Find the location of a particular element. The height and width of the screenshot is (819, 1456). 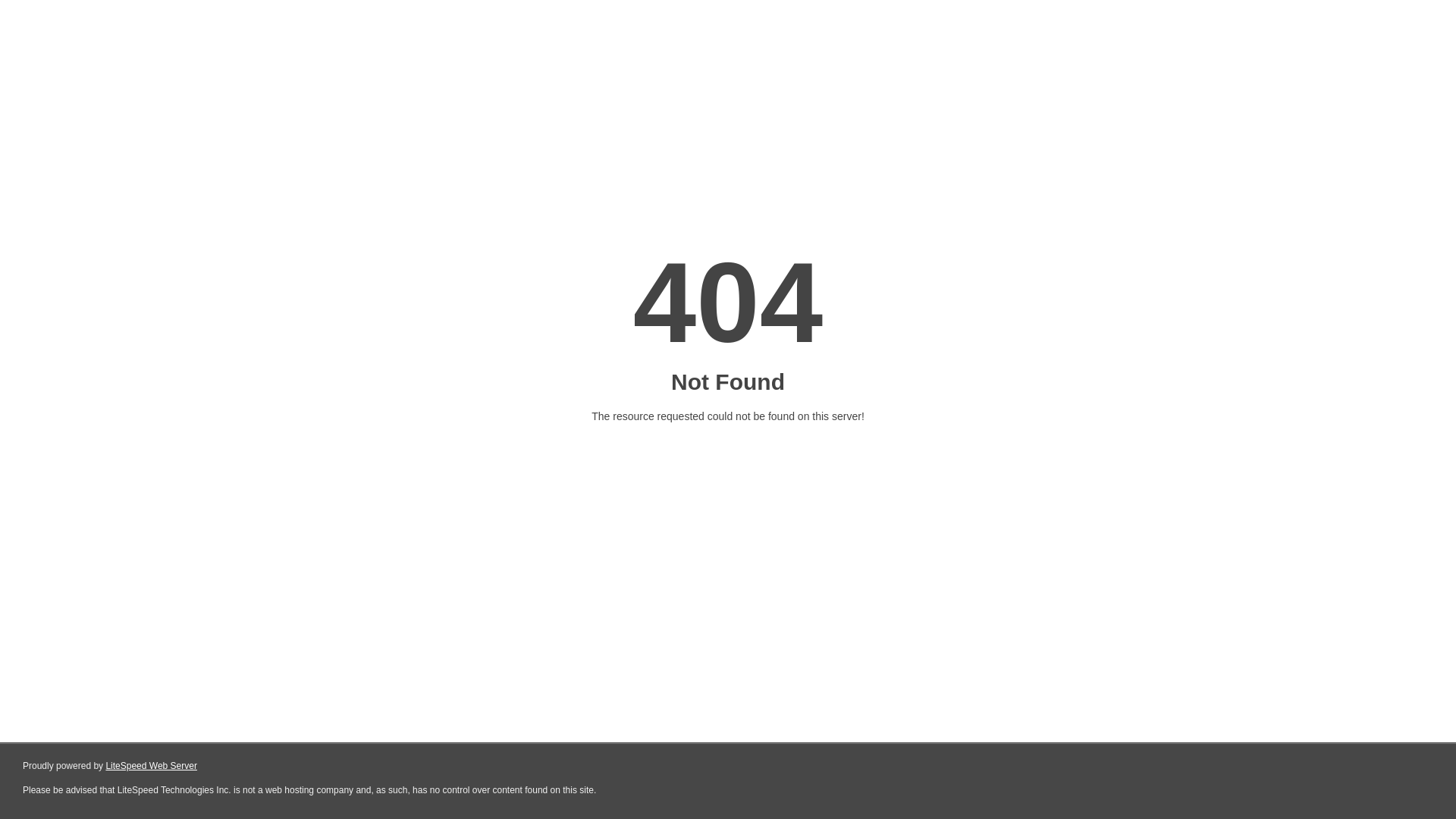

'LiteSpeed Web Server' is located at coordinates (105, 766).